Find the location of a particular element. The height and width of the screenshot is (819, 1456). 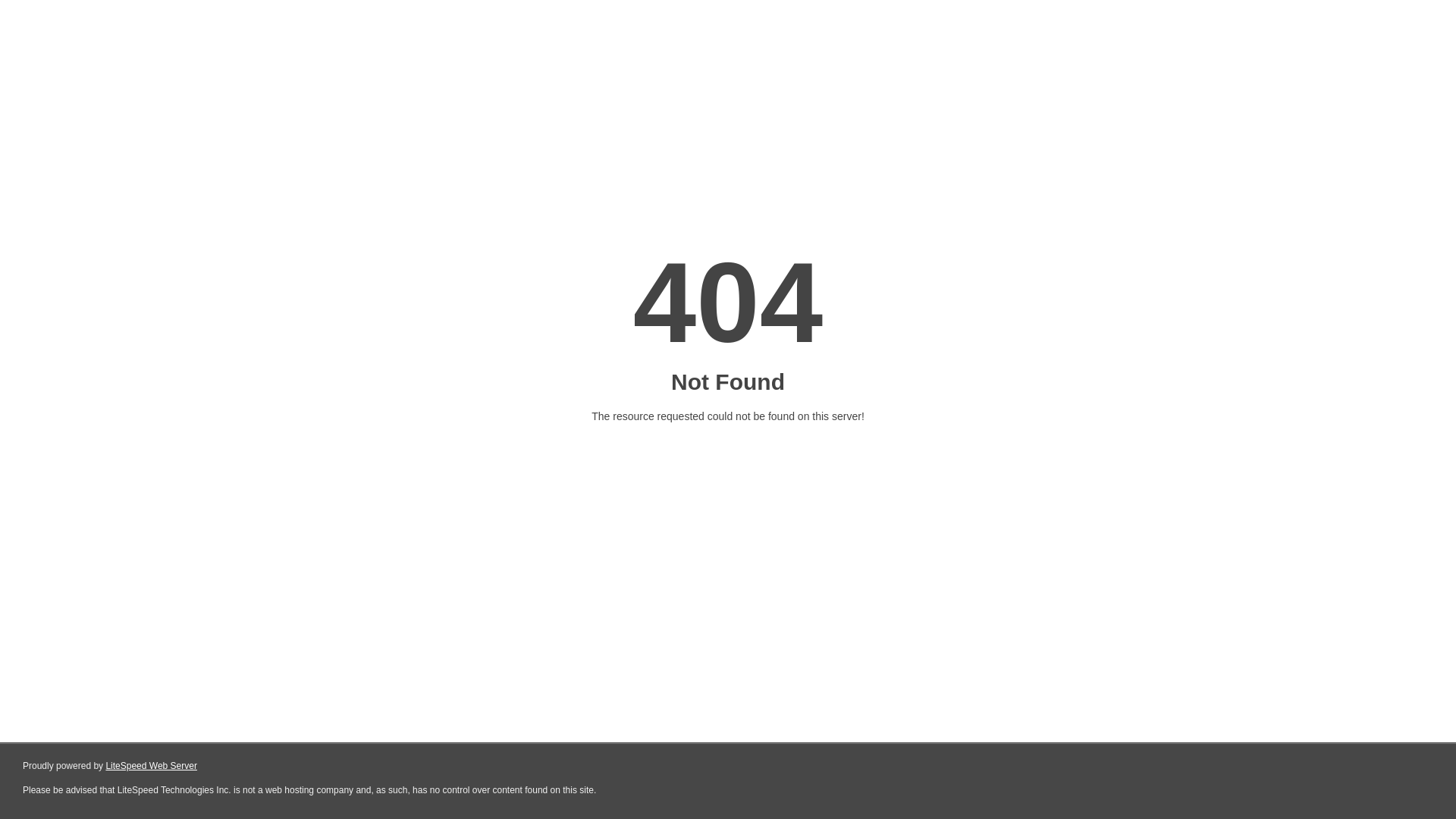

'LiteSpeed Web Server' is located at coordinates (105, 766).